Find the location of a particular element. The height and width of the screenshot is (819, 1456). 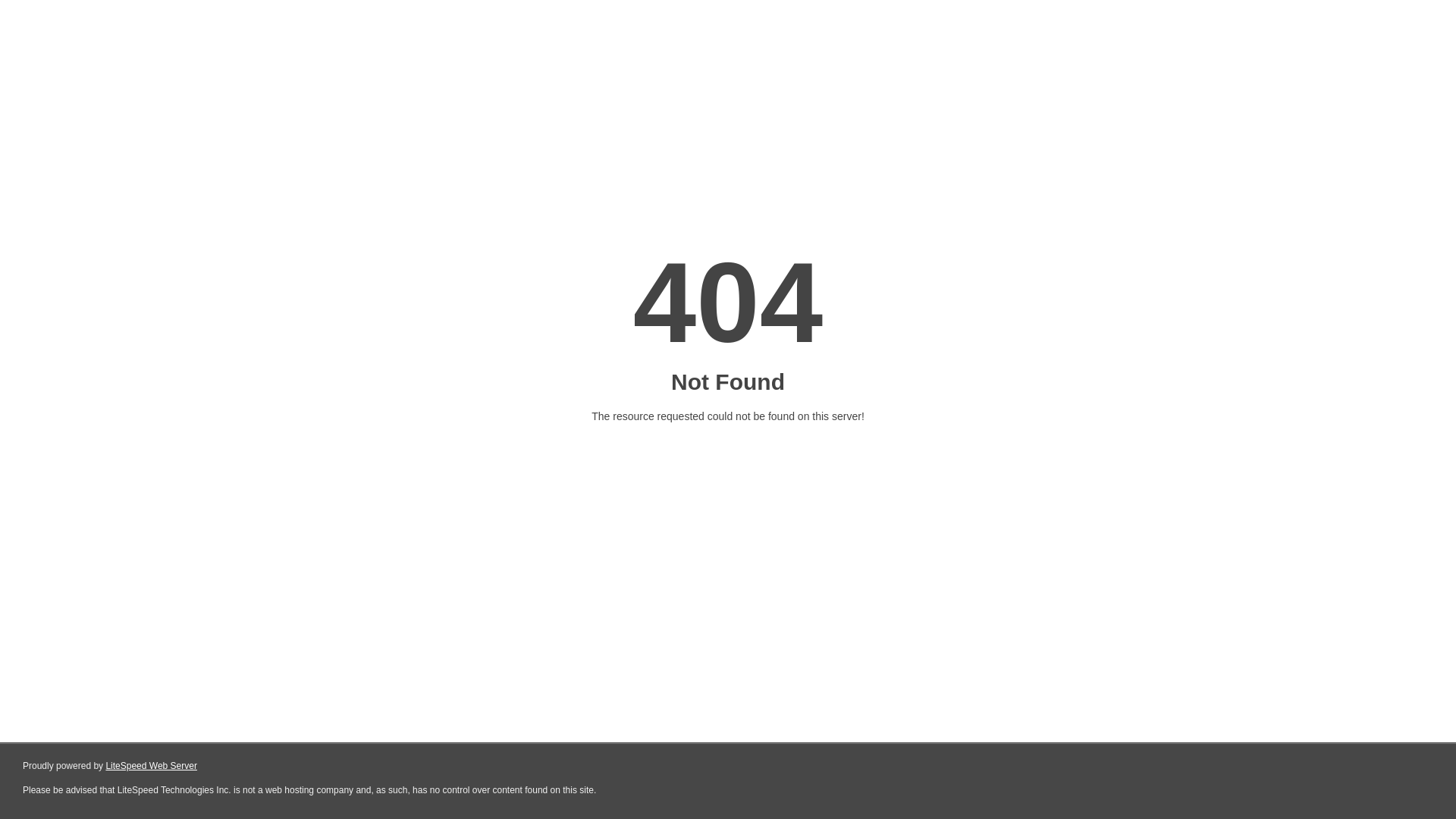

'LiteSpeed Web Server' is located at coordinates (105, 766).